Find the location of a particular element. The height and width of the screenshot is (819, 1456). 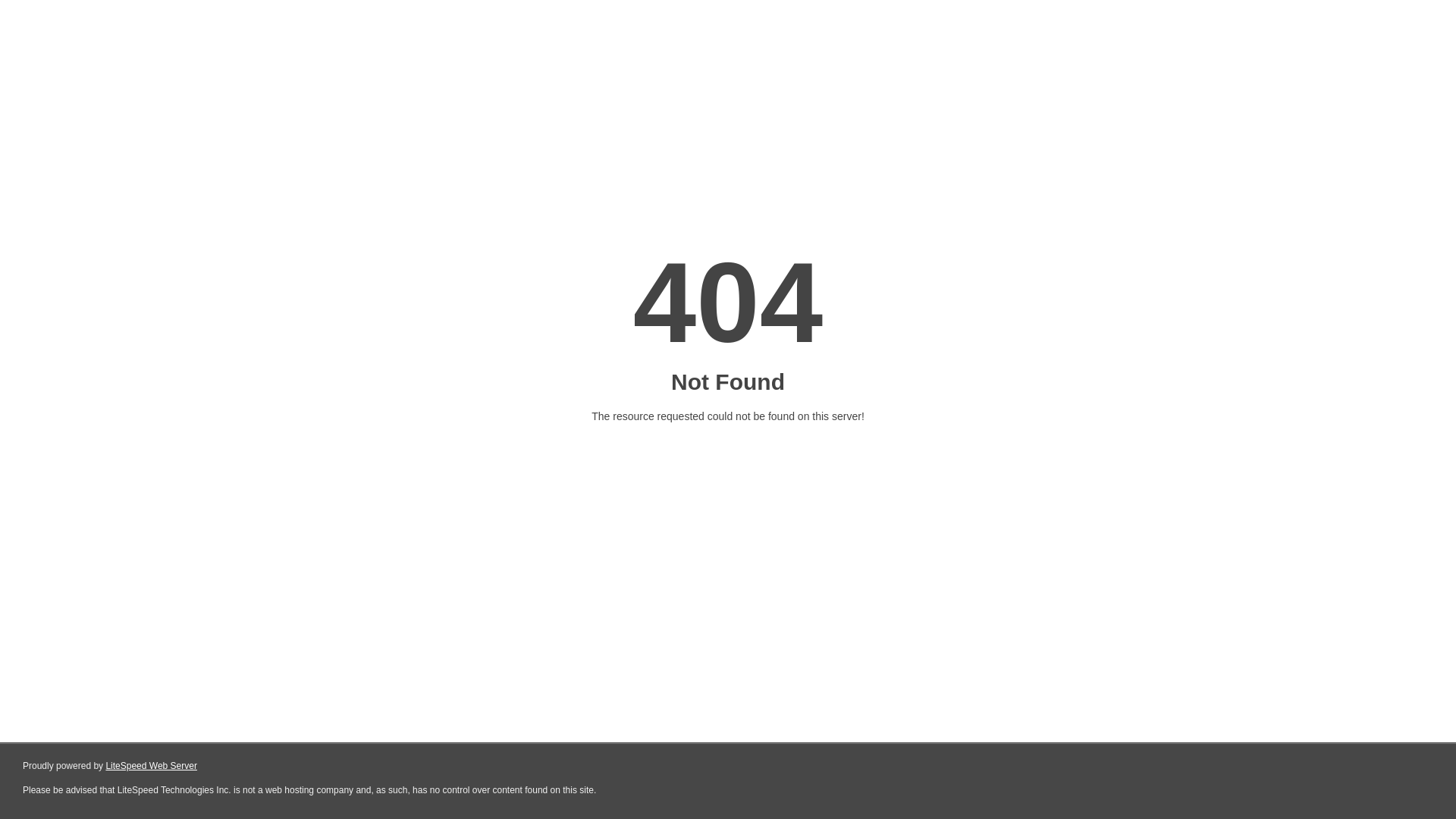

'LiteSpeed Web Server' is located at coordinates (105, 766).